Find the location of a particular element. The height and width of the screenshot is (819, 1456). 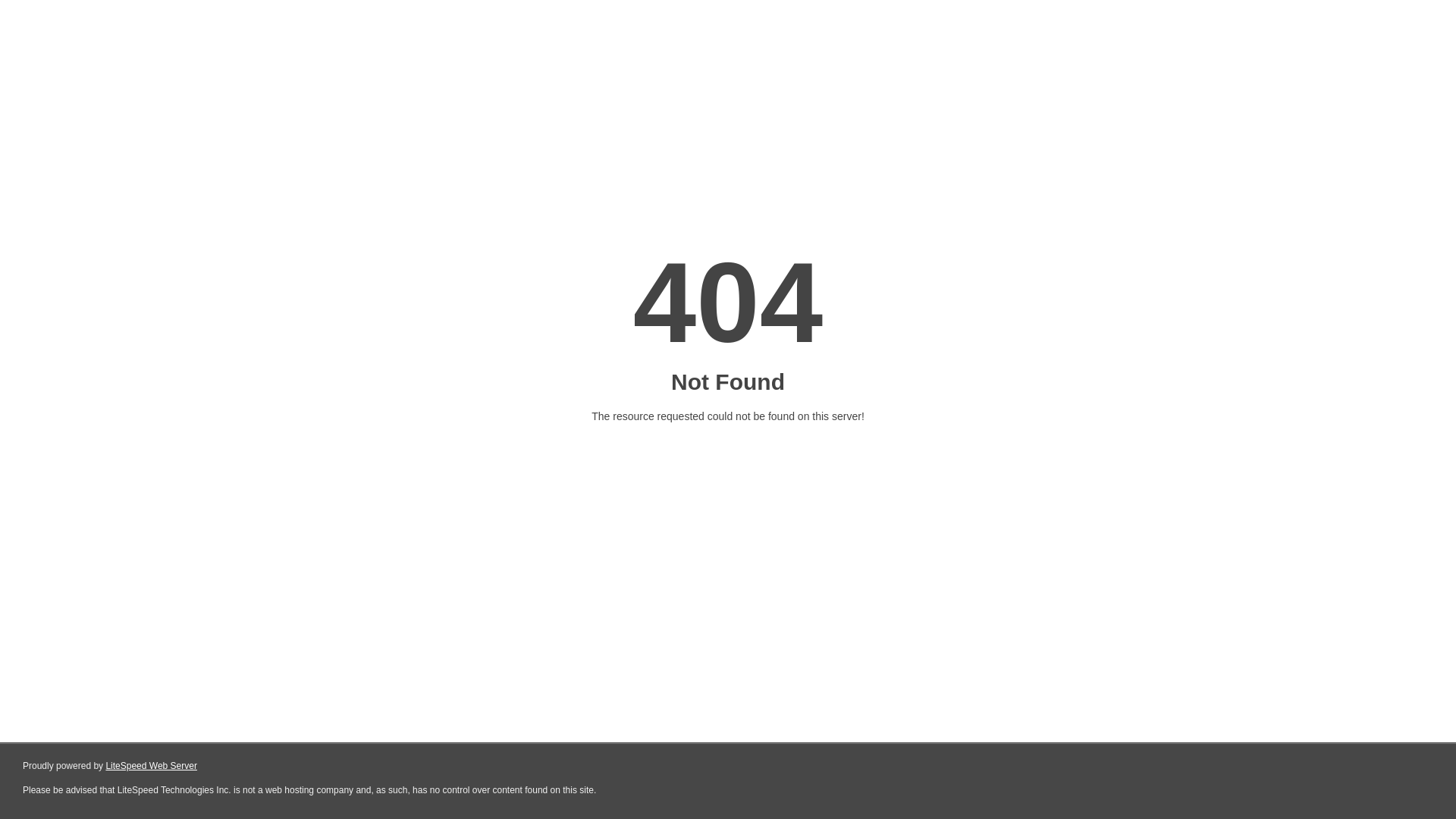

'LiteSpeed Web Server' is located at coordinates (105, 766).